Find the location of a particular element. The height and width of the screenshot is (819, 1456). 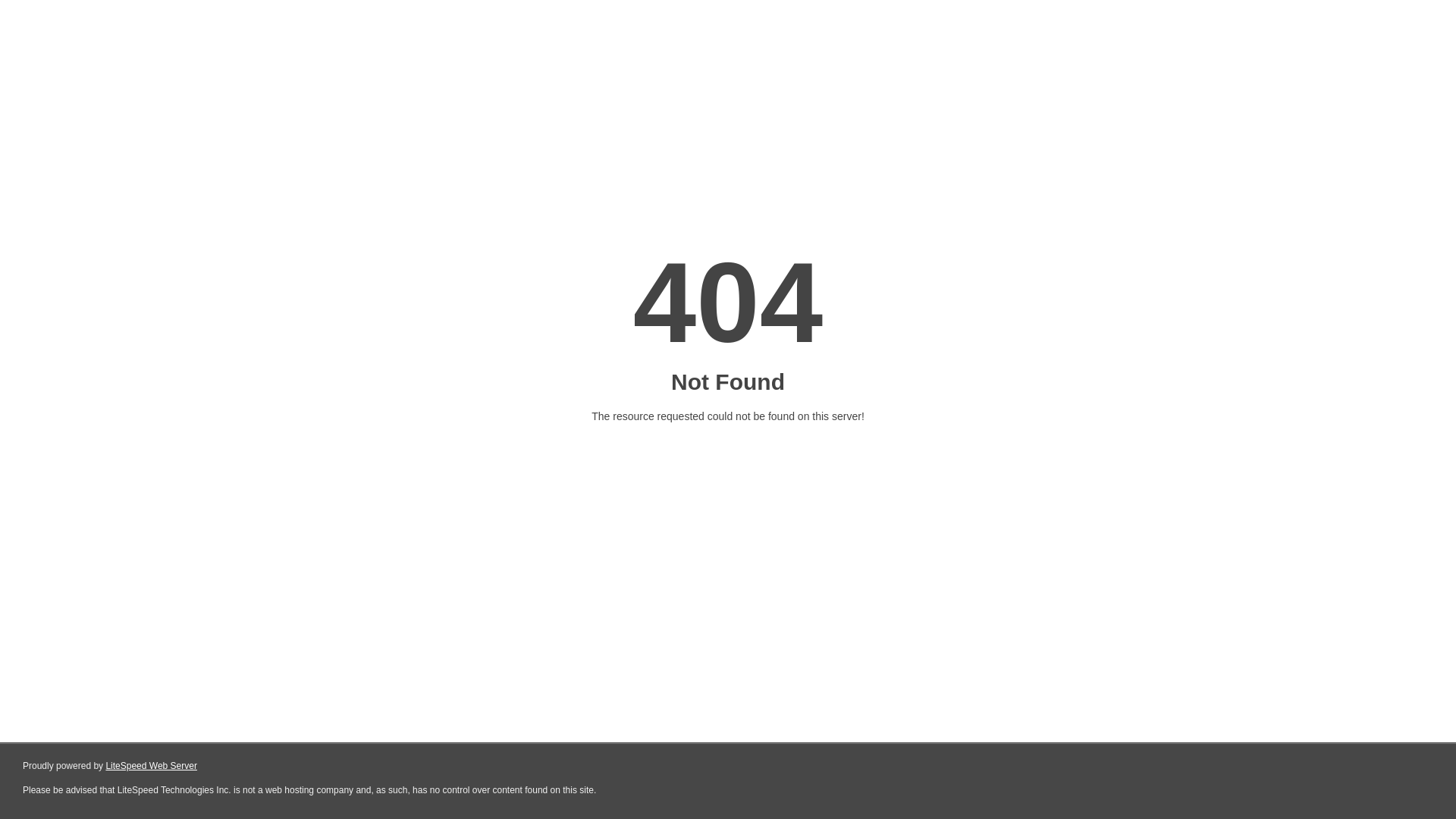

'LiteSpeed Web Server' is located at coordinates (105, 766).